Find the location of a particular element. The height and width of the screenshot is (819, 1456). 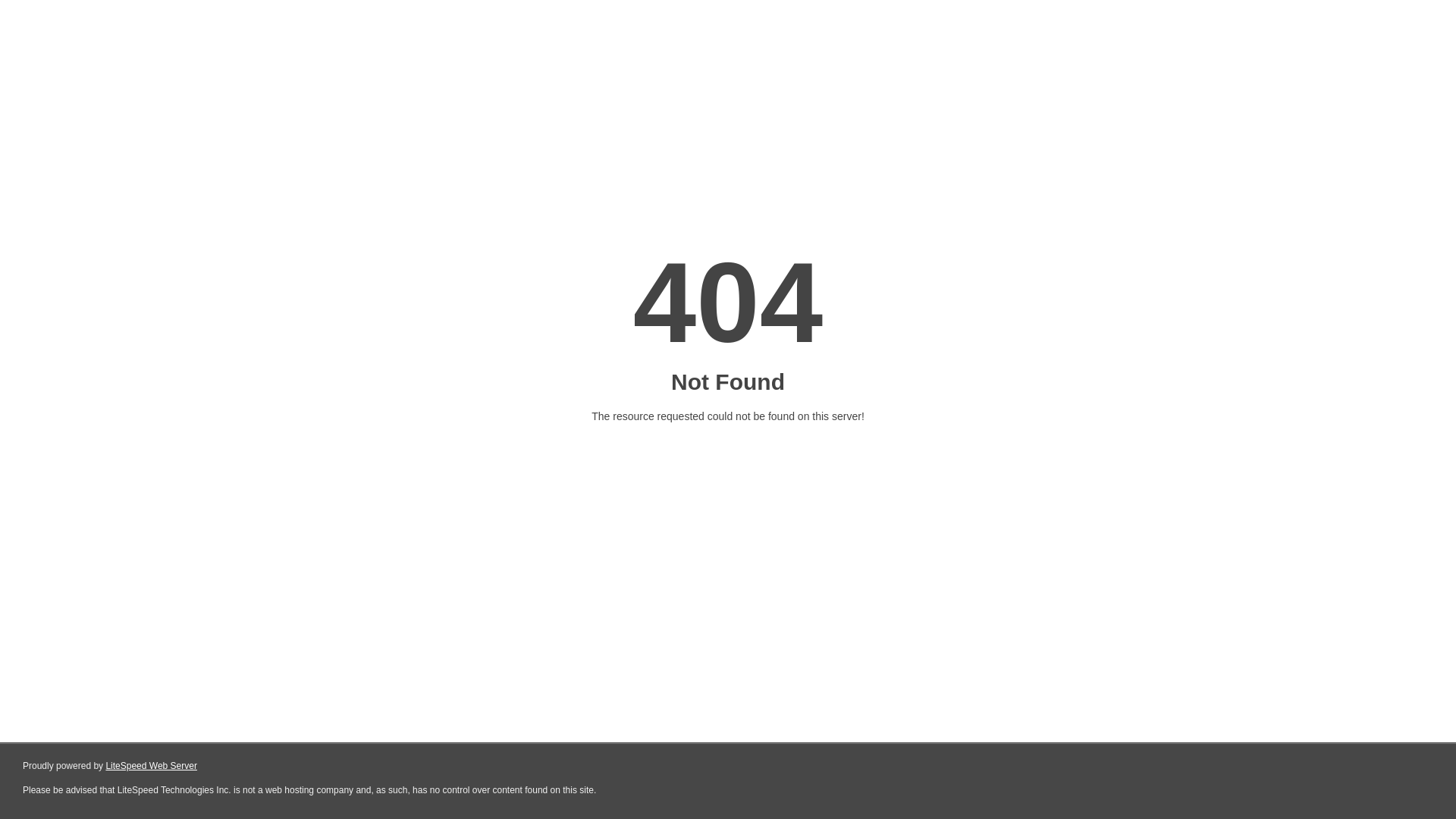

'LiteSpeed Web Server' is located at coordinates (105, 766).